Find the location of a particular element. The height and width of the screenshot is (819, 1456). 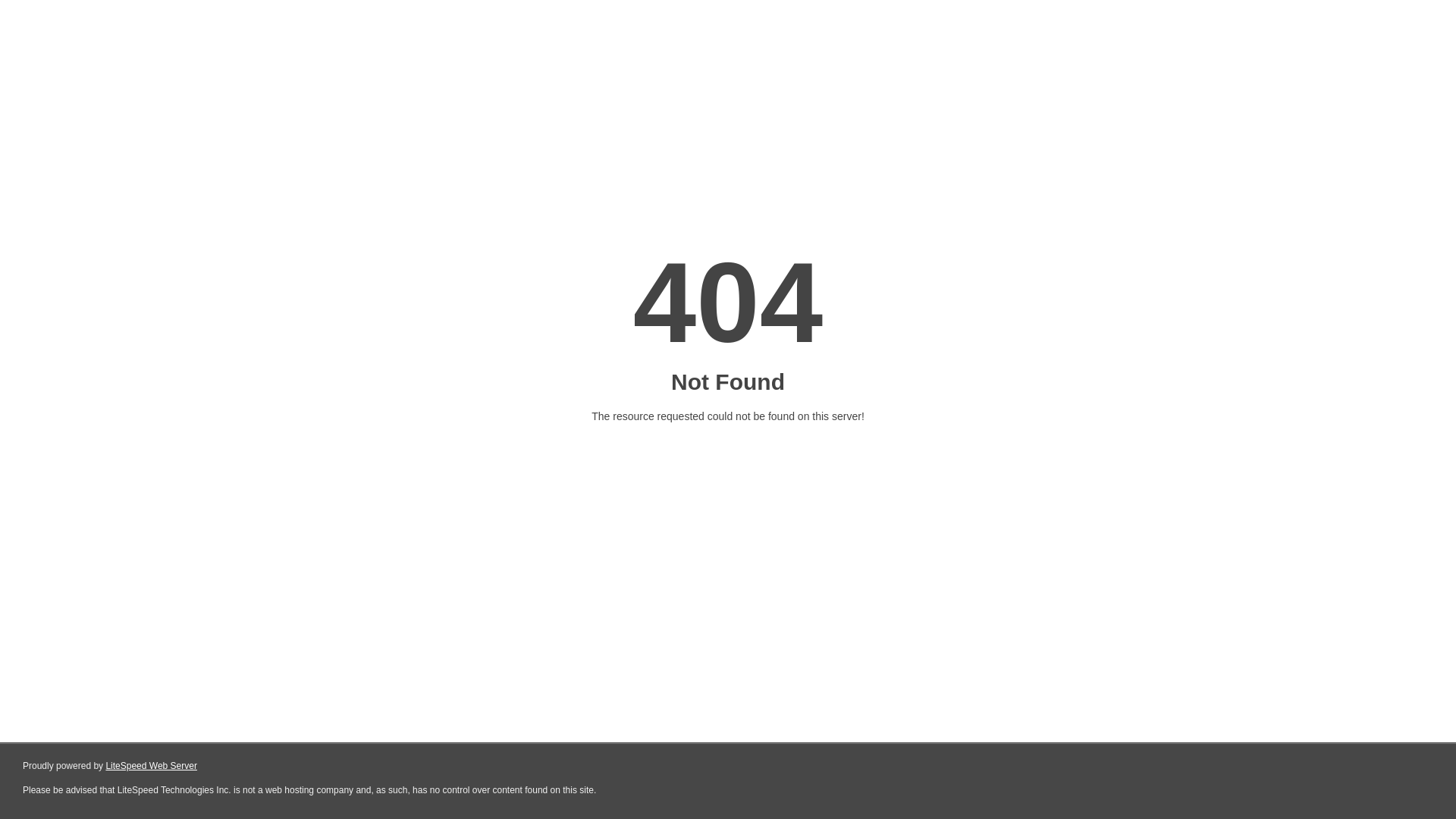

'LiteSpeed Web Server' is located at coordinates (105, 766).